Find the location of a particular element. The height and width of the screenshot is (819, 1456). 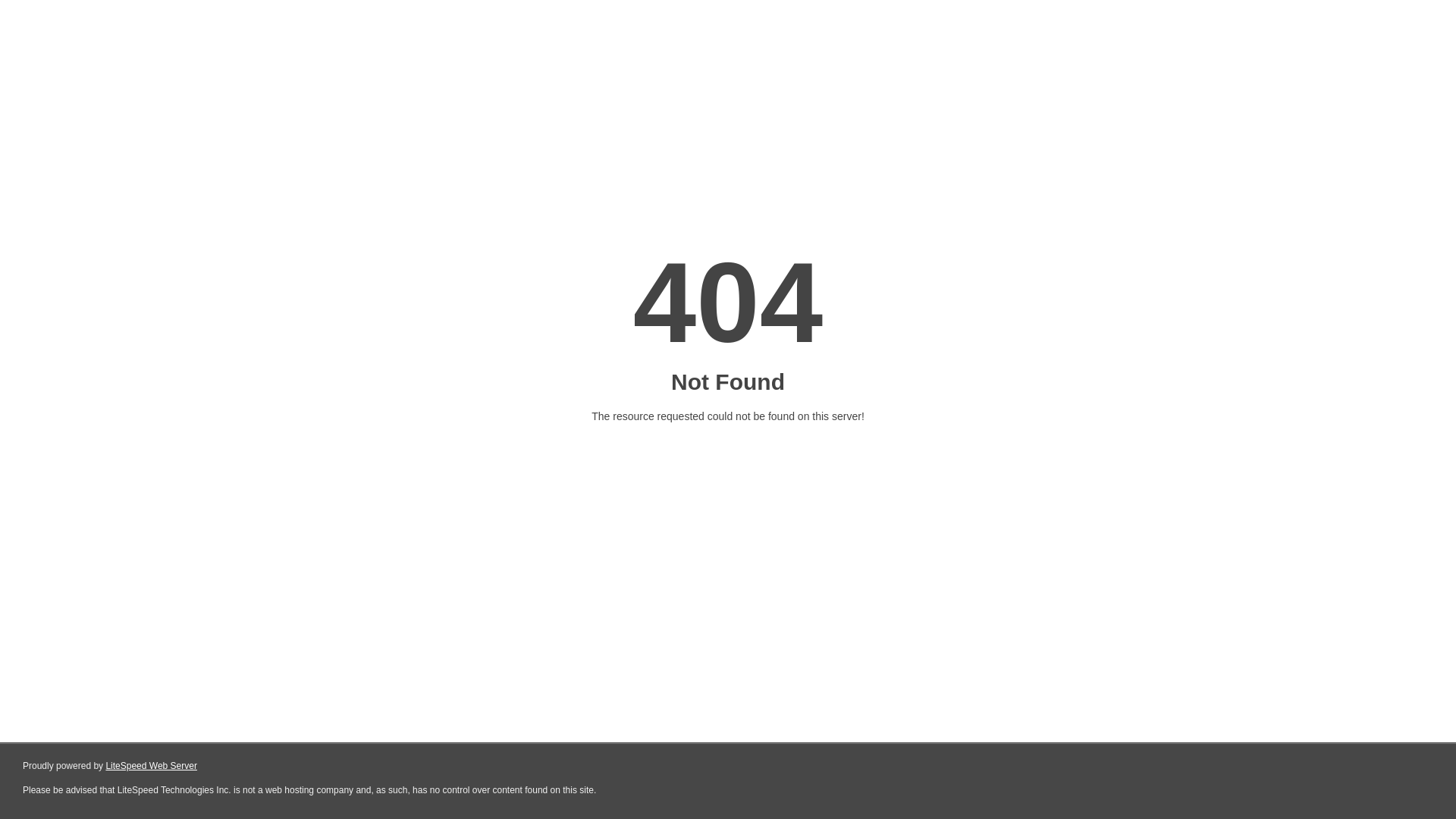

'LiteSpeed Web Server' is located at coordinates (105, 766).